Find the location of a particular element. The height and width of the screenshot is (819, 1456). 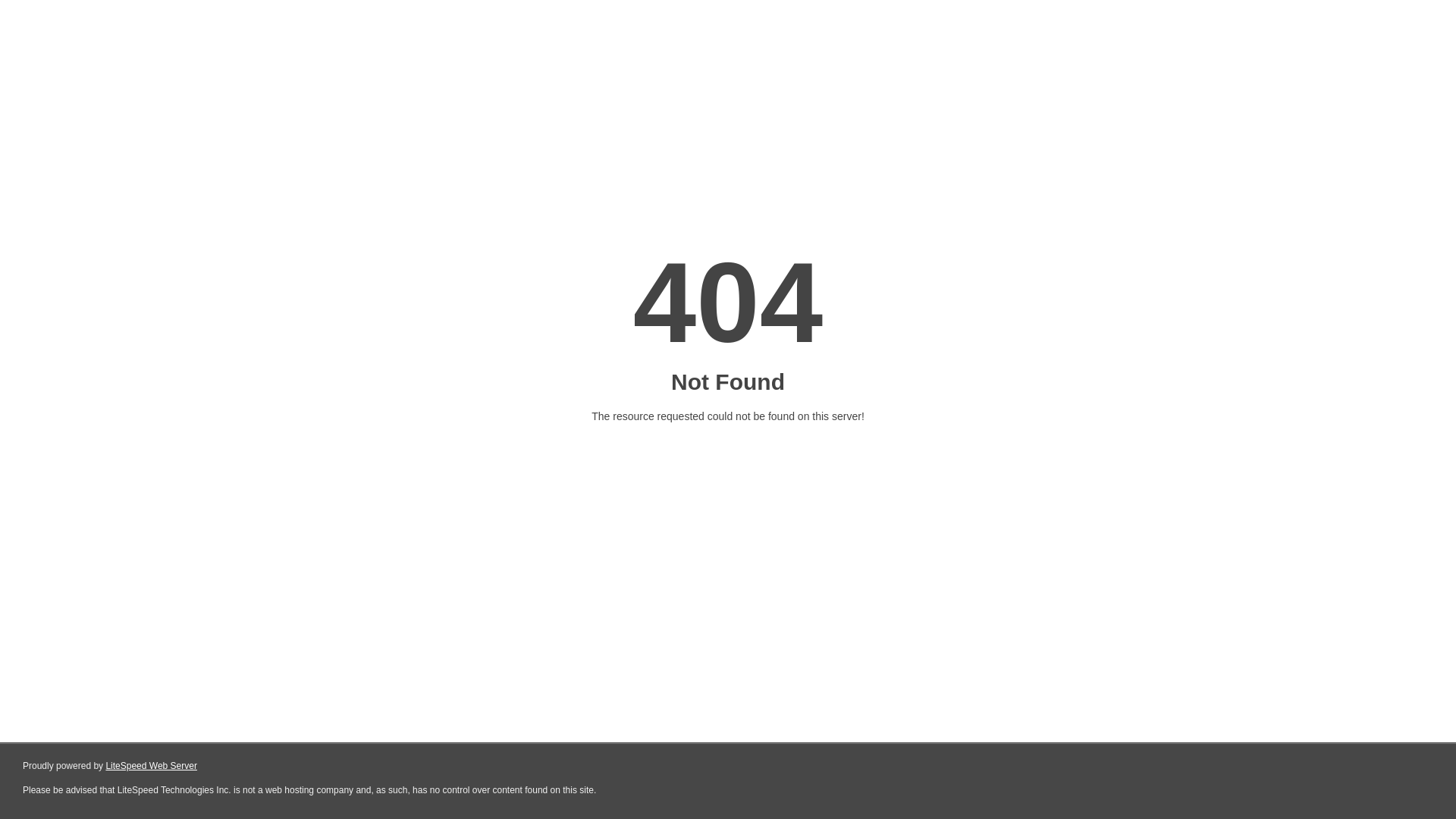

'LiteSpeed Web Server' is located at coordinates (105, 766).